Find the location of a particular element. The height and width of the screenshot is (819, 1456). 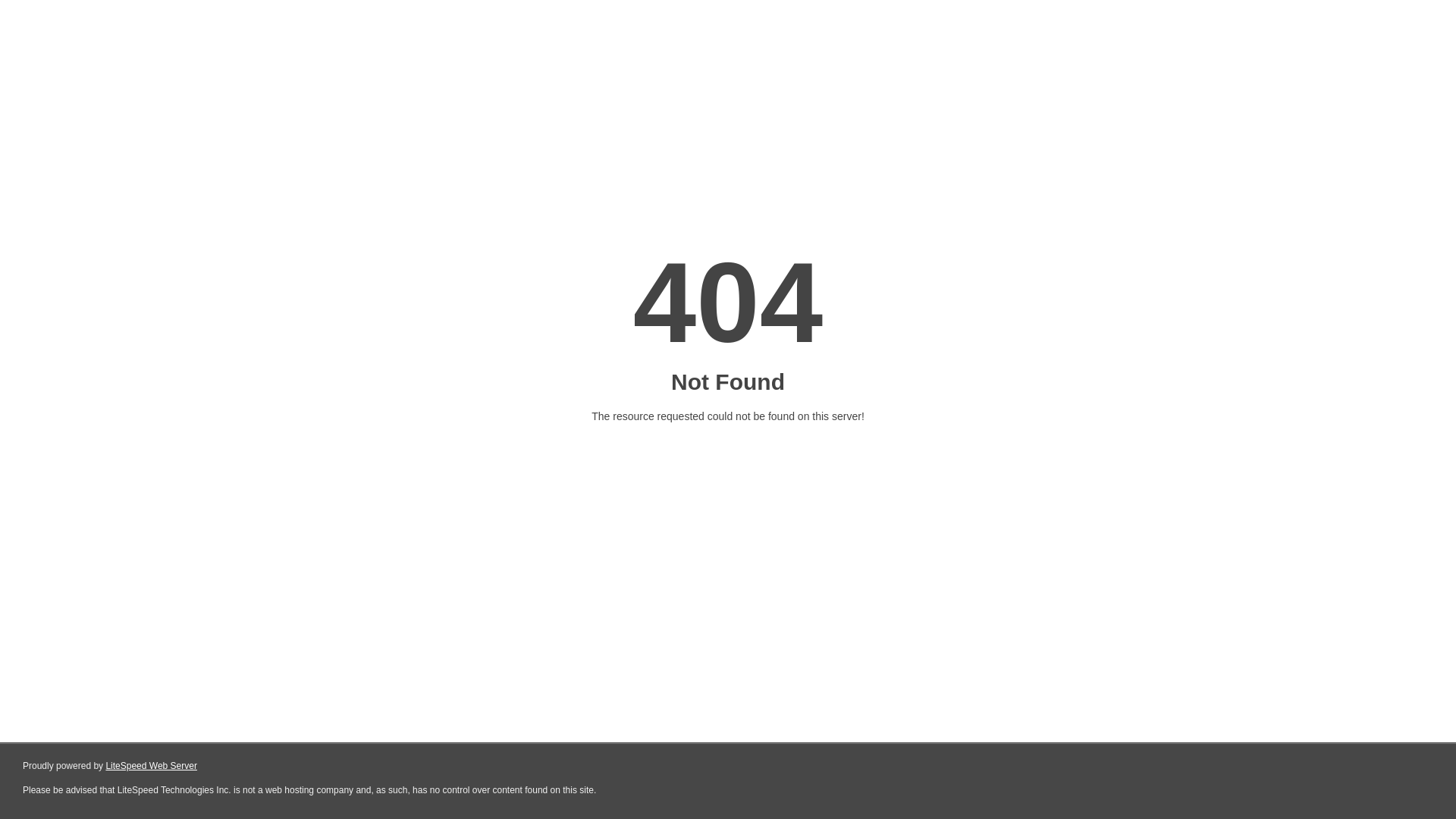

'LiteSpeed Web Server' is located at coordinates (105, 766).